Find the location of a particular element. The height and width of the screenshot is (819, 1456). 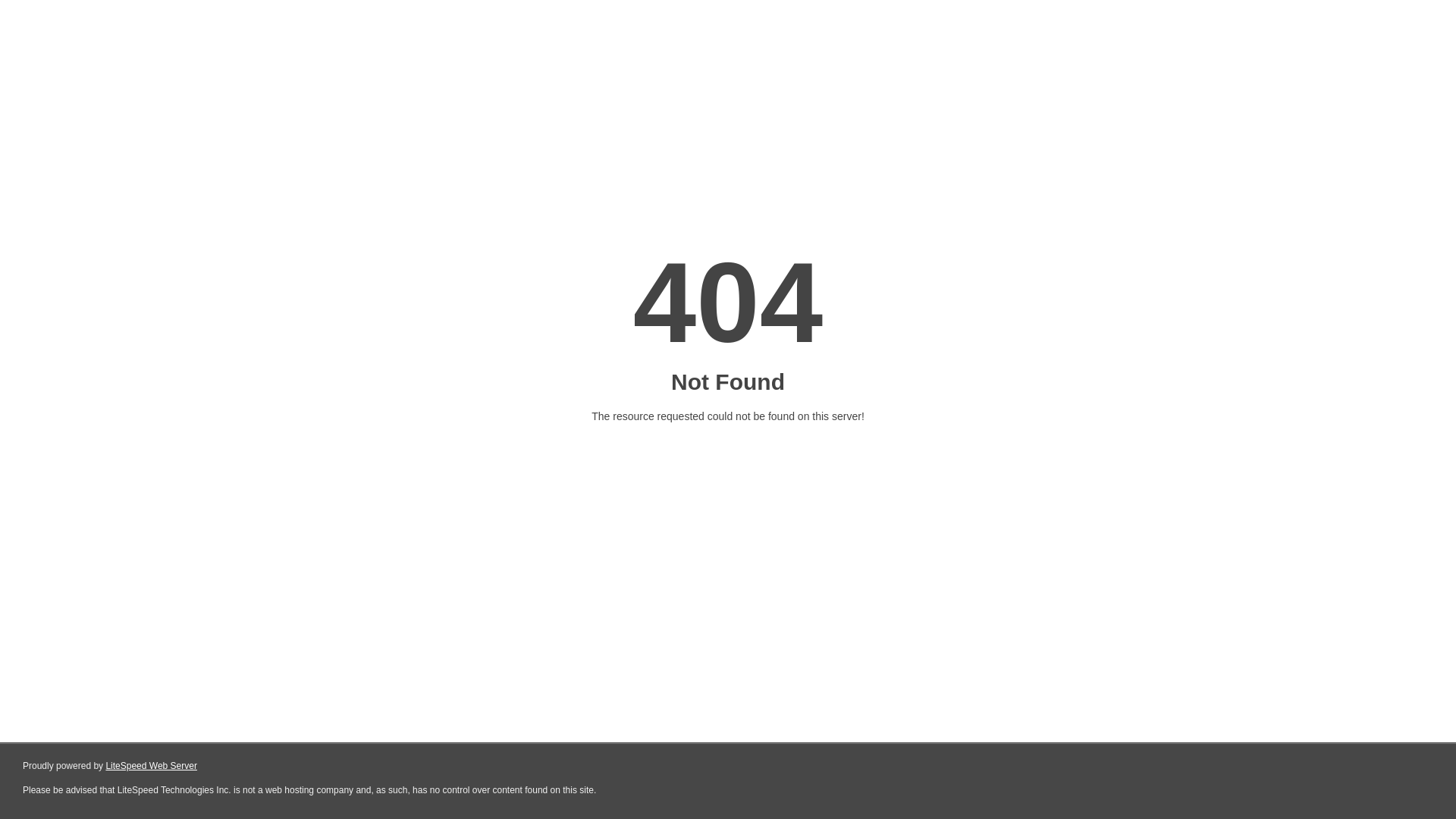

'LiteSpeed Web Server' is located at coordinates (105, 766).